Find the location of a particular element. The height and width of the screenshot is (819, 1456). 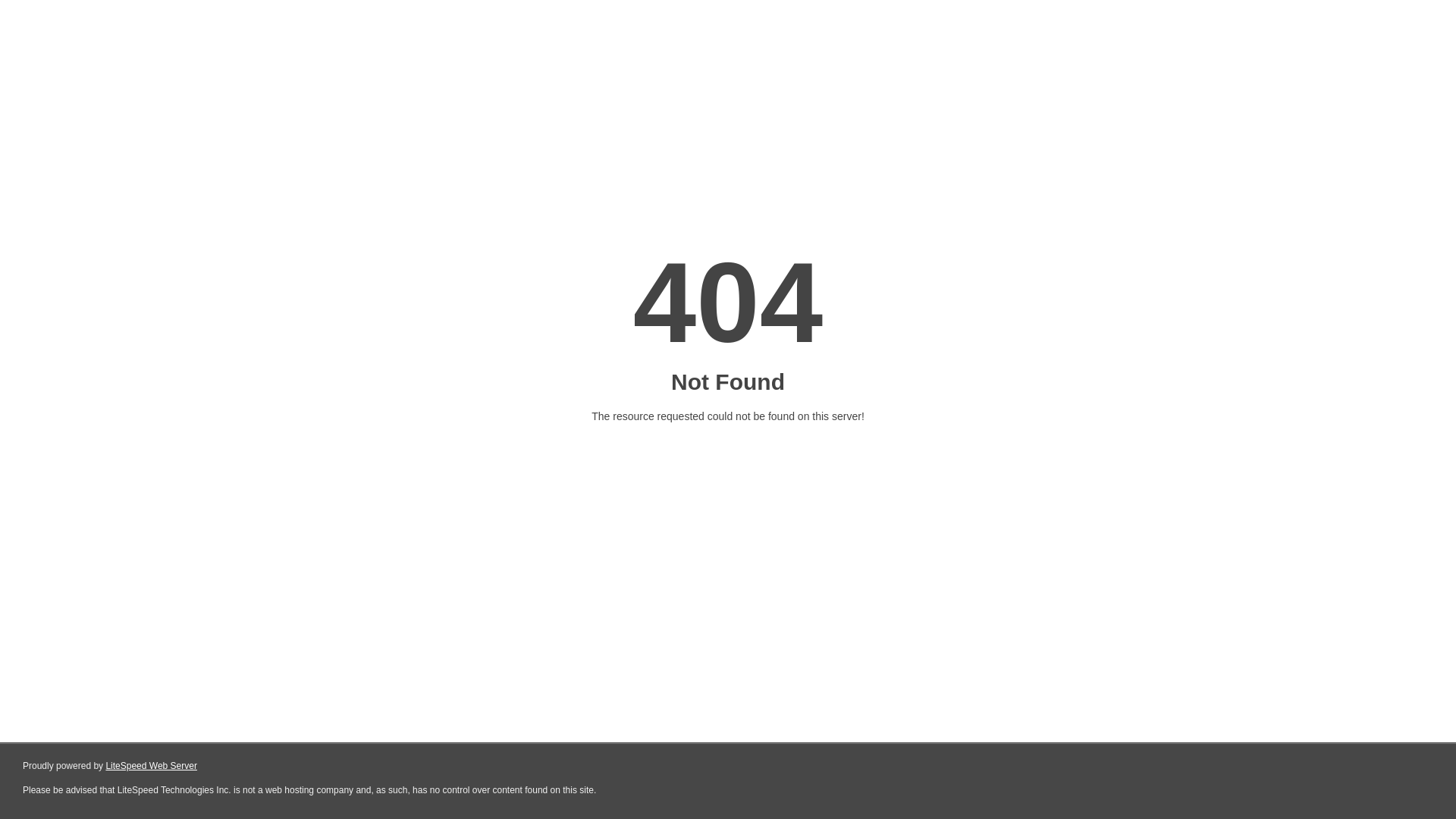

'LiteSpeed Web Server' is located at coordinates (105, 766).